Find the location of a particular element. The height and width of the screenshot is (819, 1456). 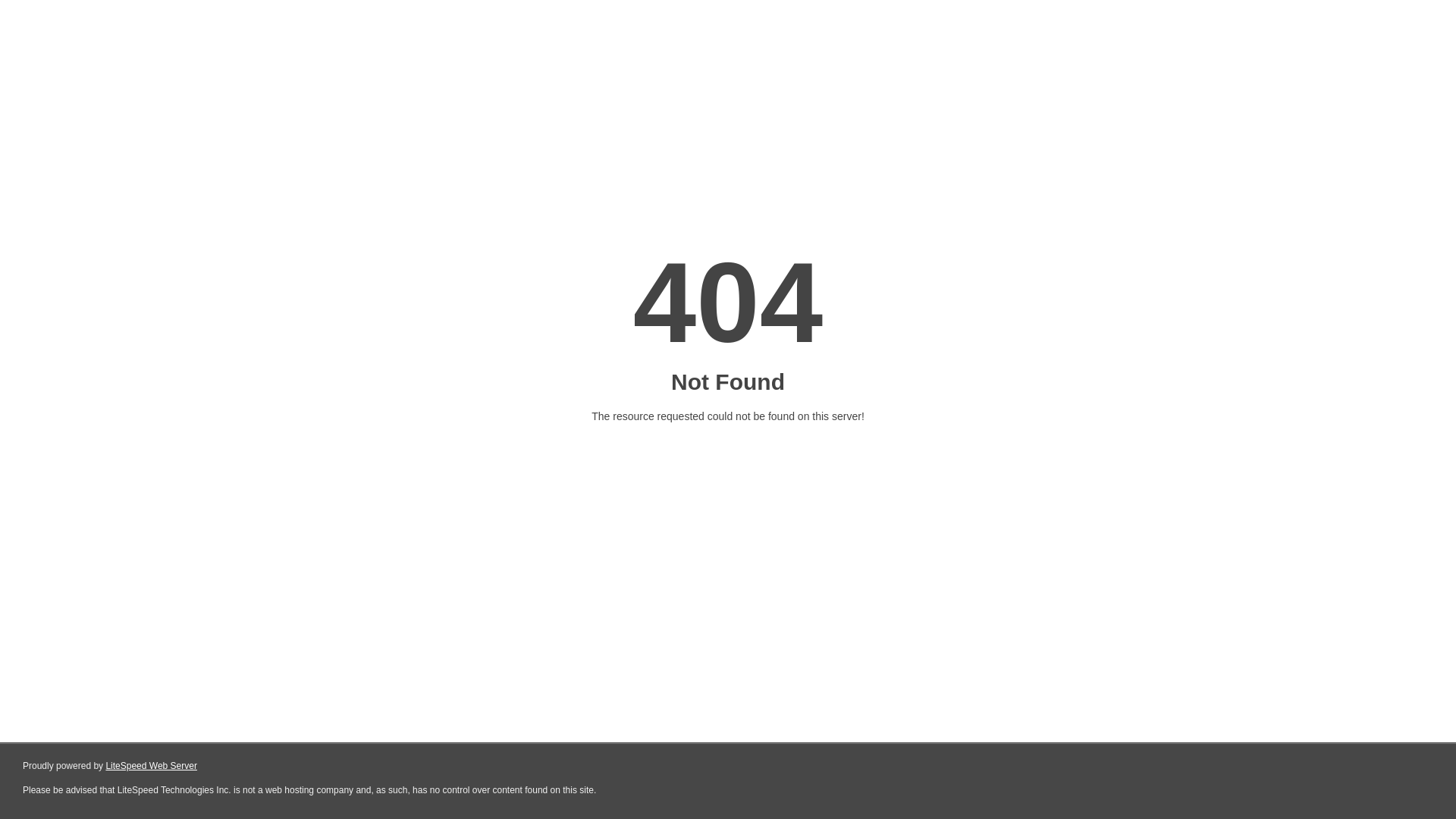

'LiteSpeed Web Server' is located at coordinates (105, 766).